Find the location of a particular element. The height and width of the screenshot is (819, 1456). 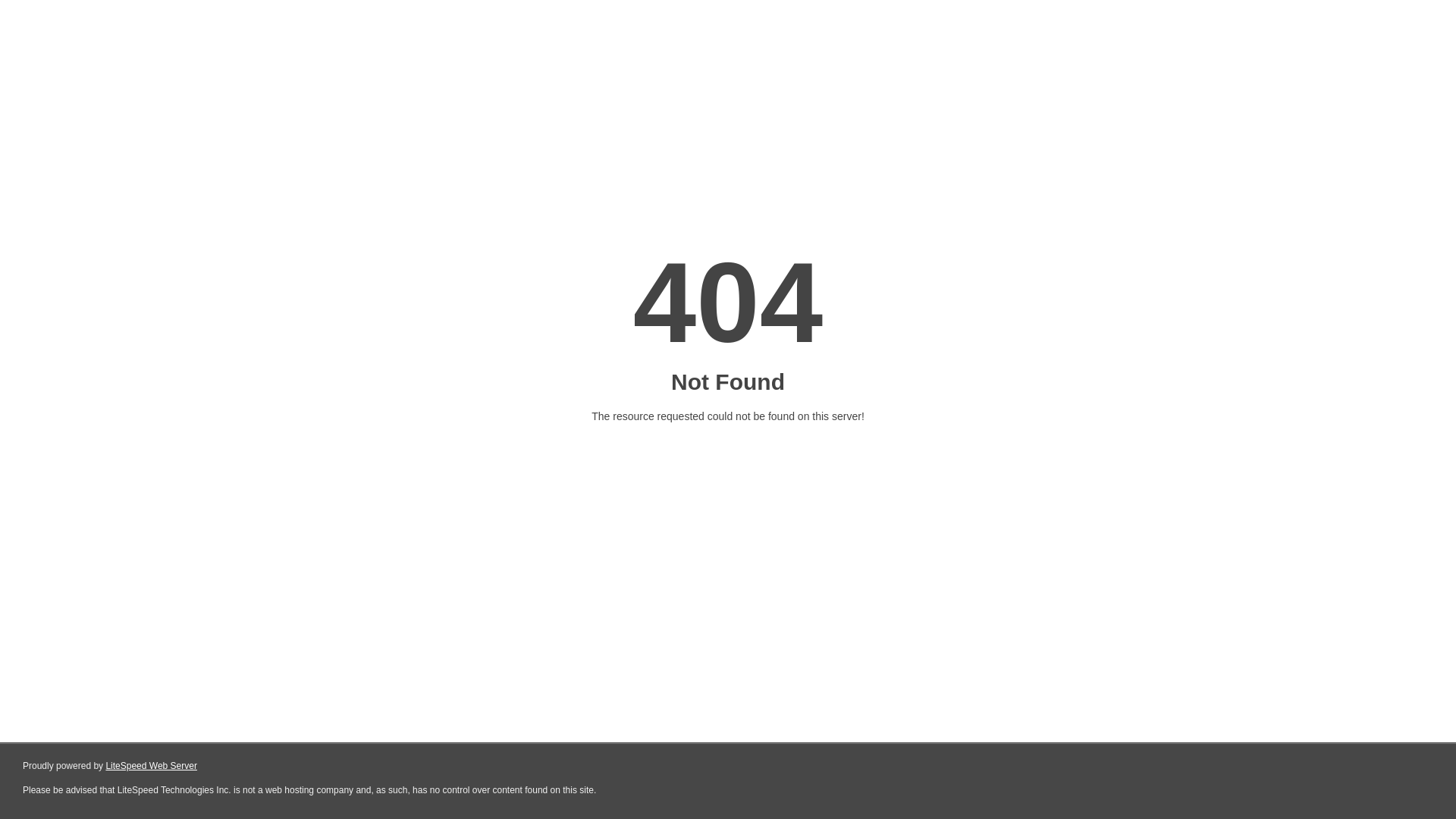

'LiteSpeed Web Server' is located at coordinates (105, 766).